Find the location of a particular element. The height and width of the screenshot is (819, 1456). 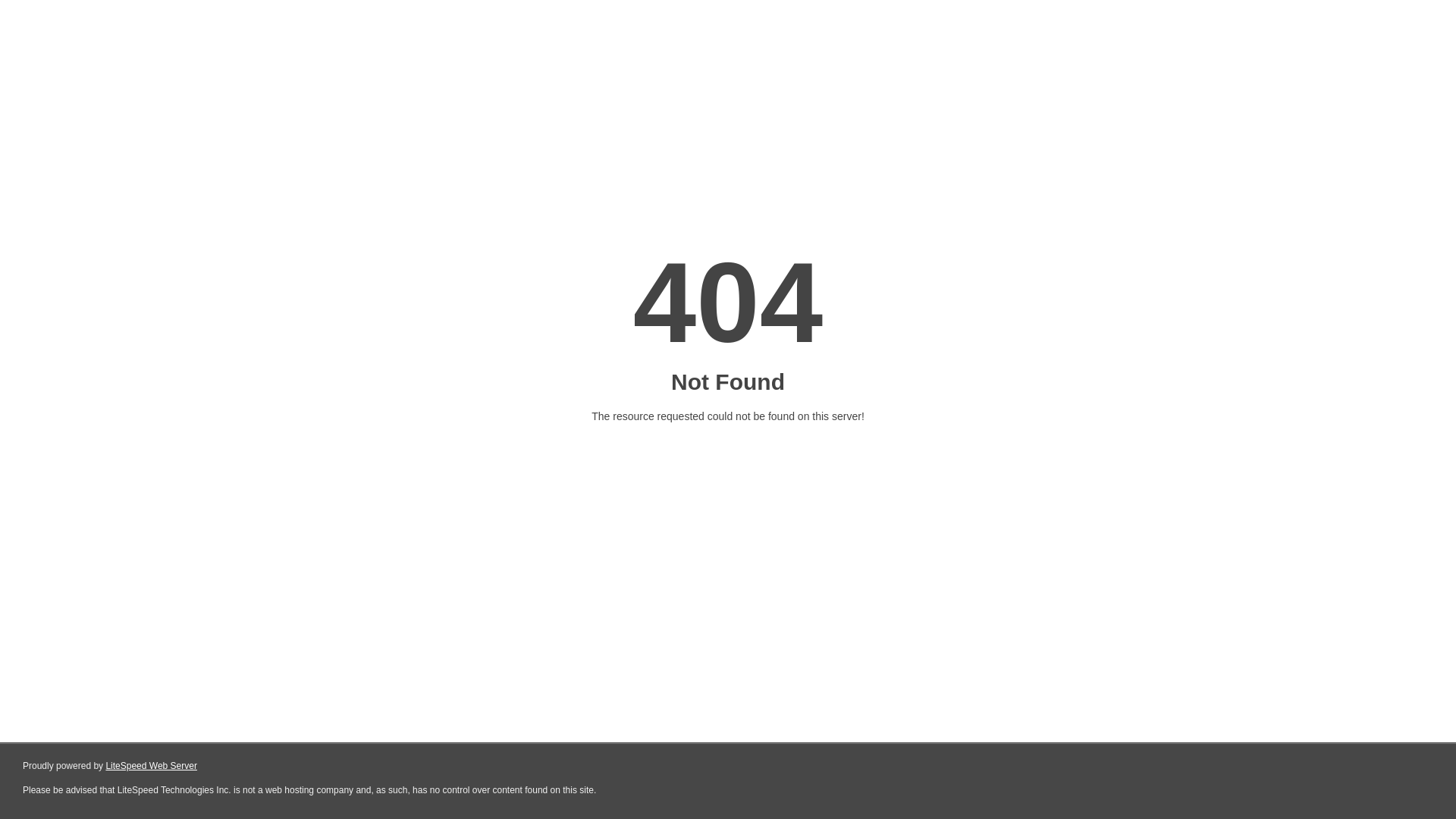

'LiteSpeed Web Server' is located at coordinates (105, 766).